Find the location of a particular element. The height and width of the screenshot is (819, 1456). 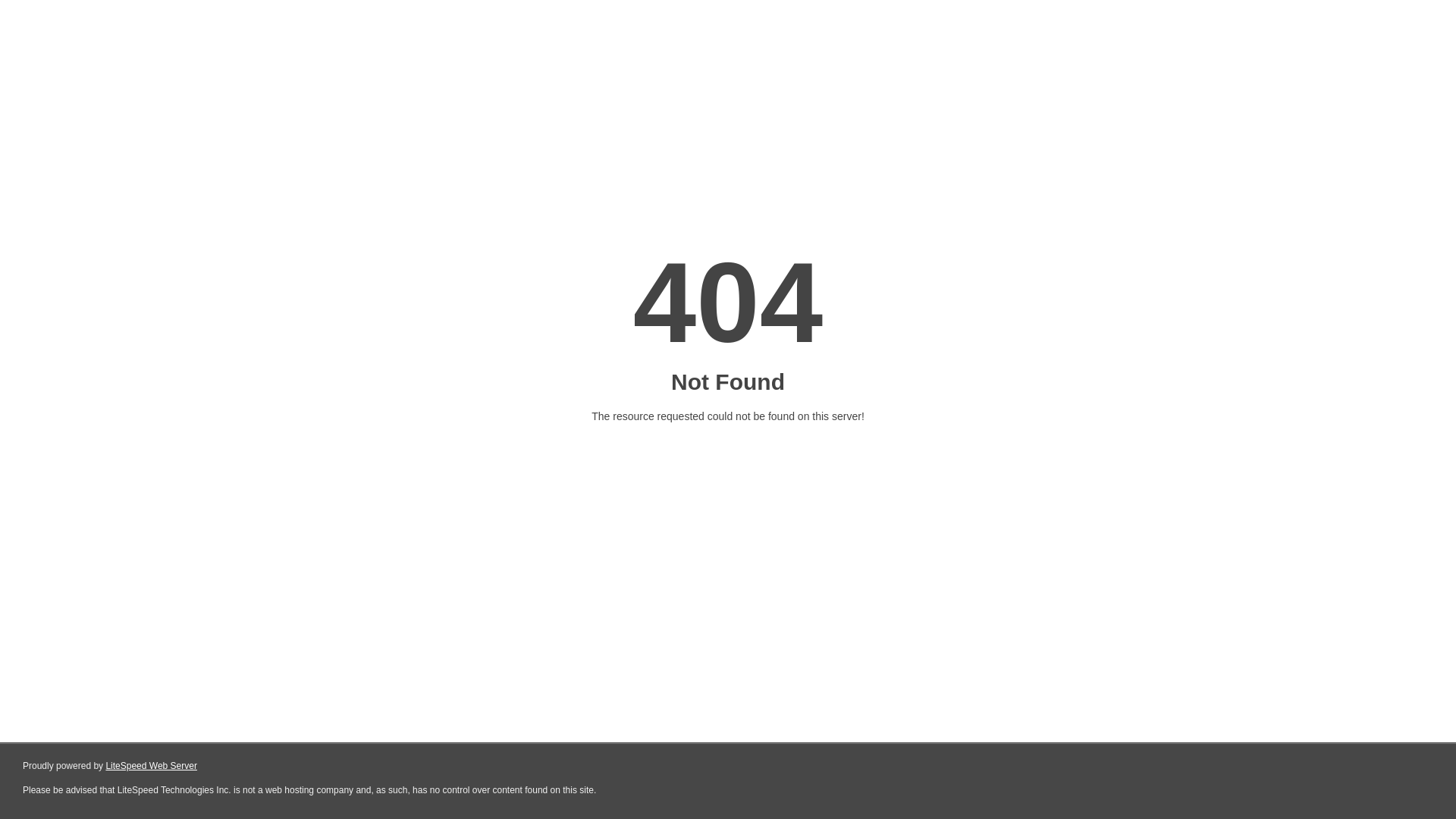

'LiteSpeed Web Server' is located at coordinates (105, 766).